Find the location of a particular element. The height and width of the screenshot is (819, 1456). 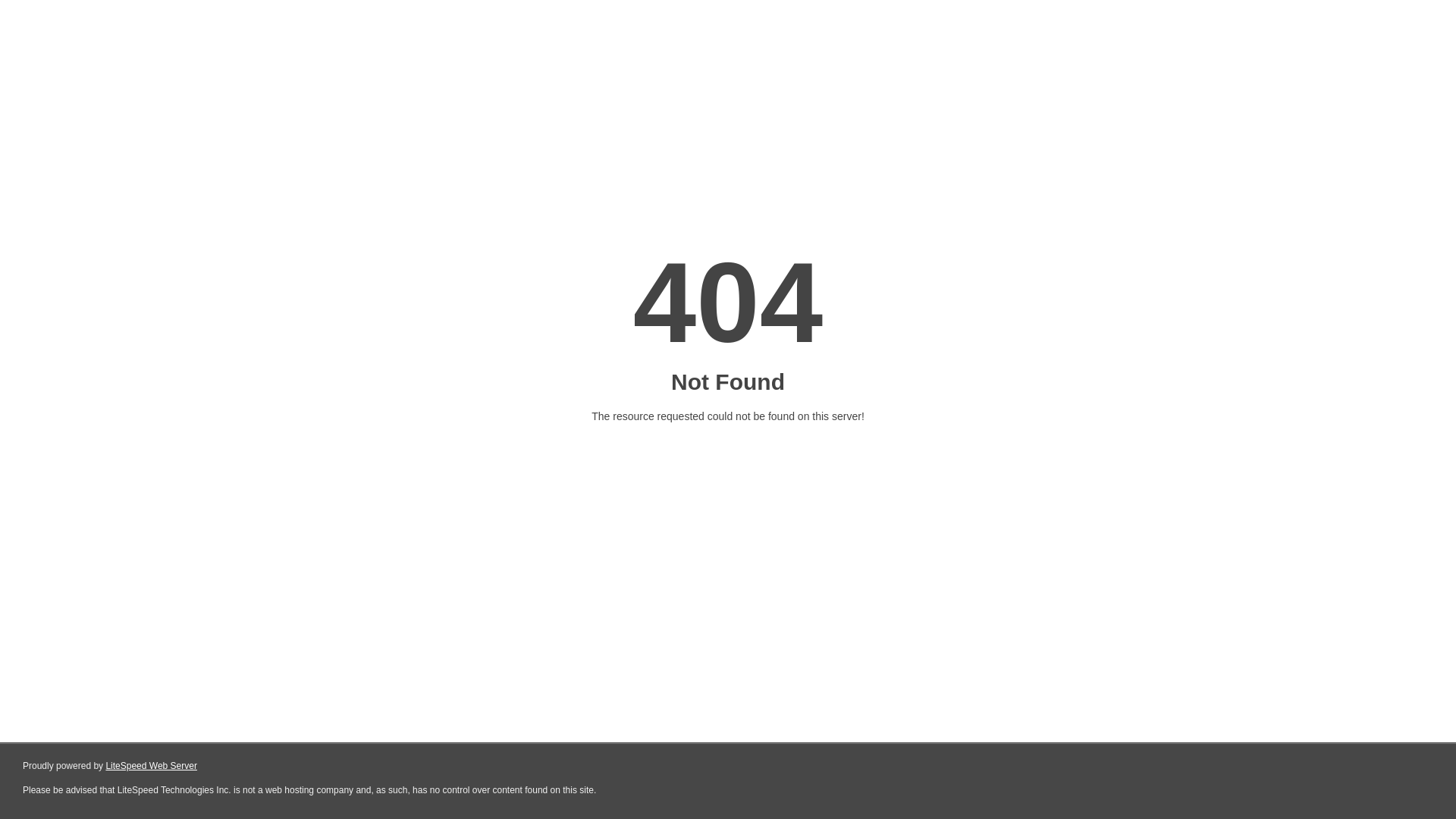

'LiteSpeed Web Server' is located at coordinates (105, 766).